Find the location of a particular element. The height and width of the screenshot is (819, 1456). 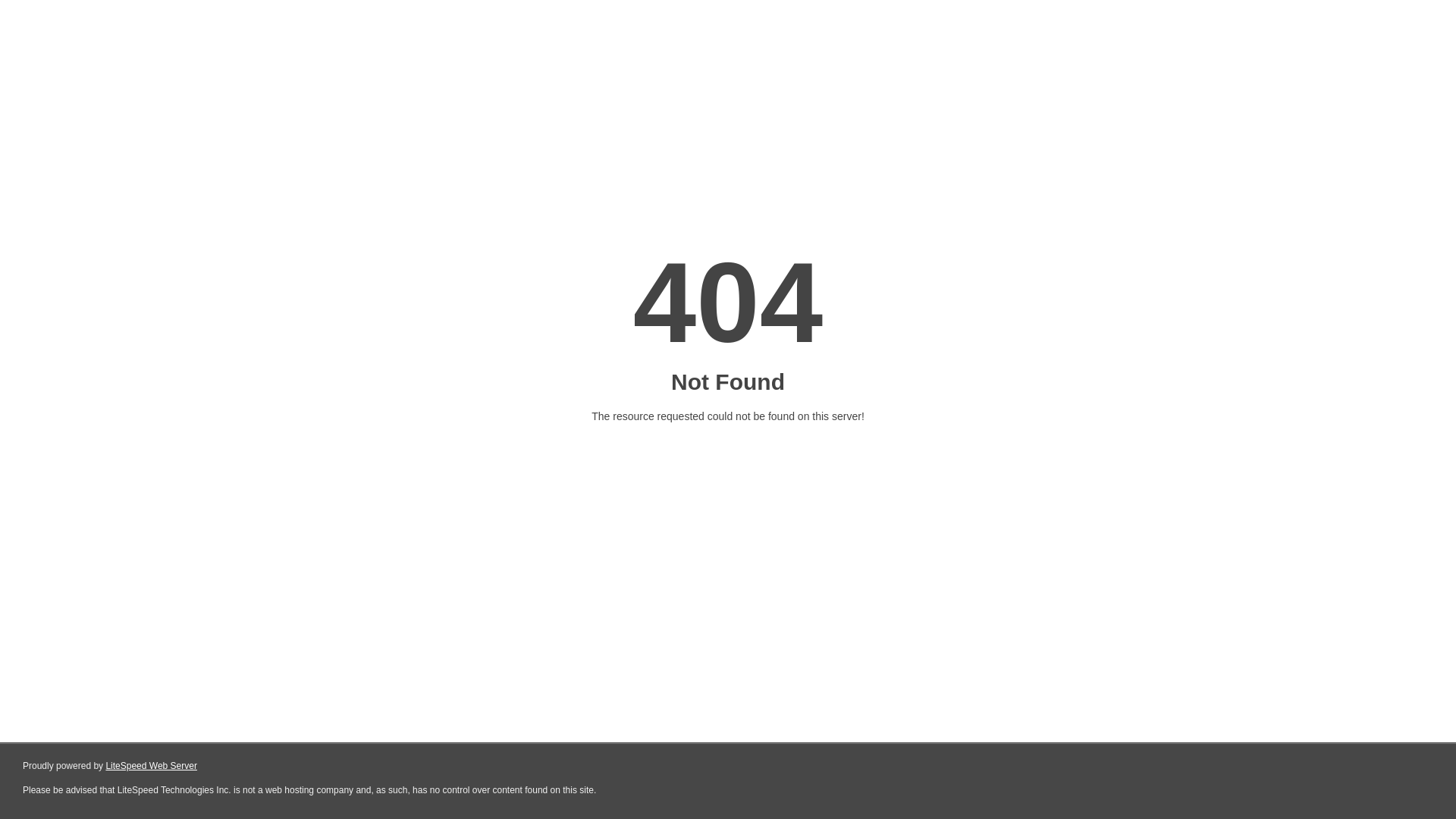

'LiteSpeed Web Server' is located at coordinates (105, 766).